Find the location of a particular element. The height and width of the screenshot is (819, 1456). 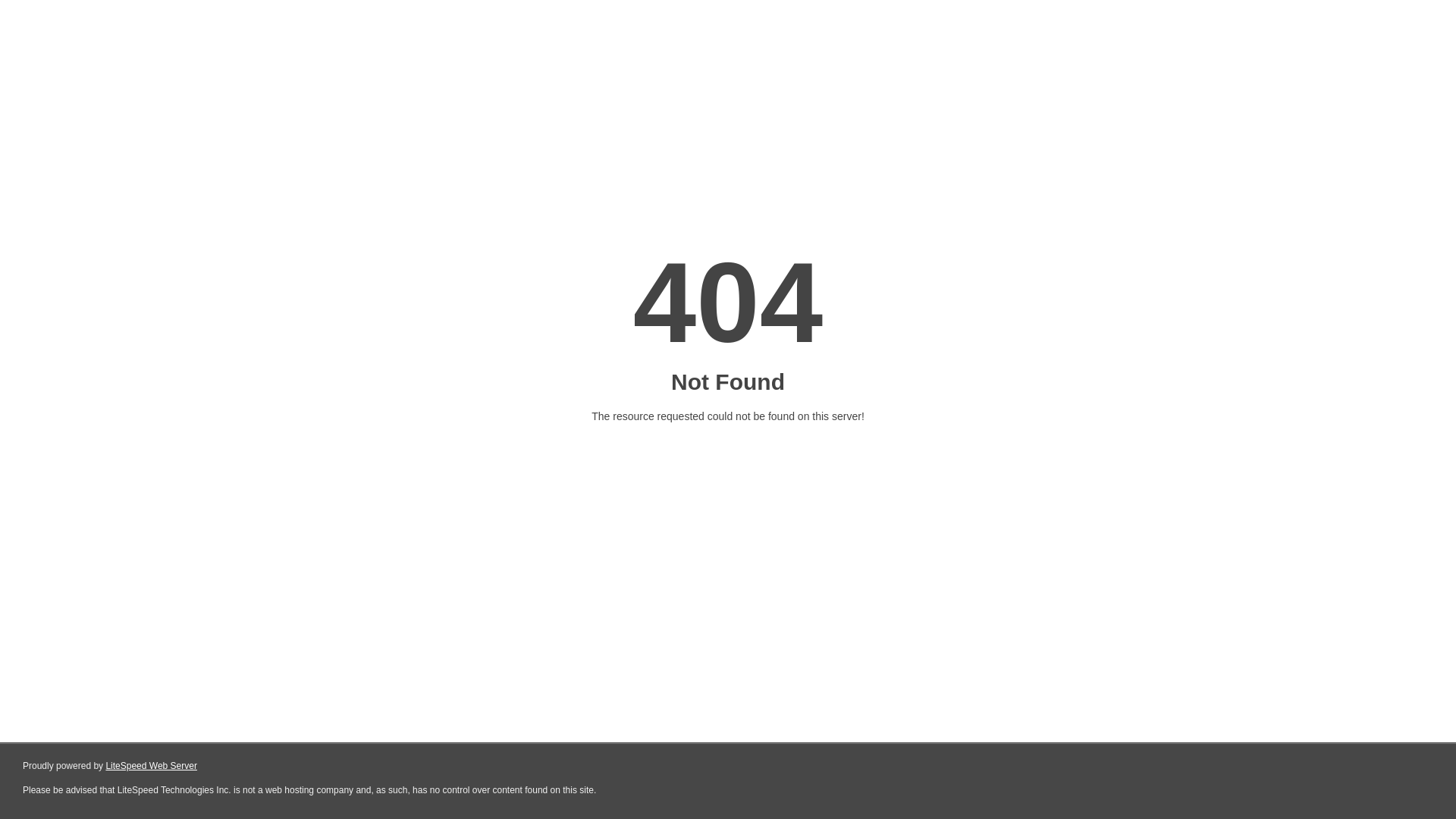

'LiteSpeed Web Server' is located at coordinates (105, 766).